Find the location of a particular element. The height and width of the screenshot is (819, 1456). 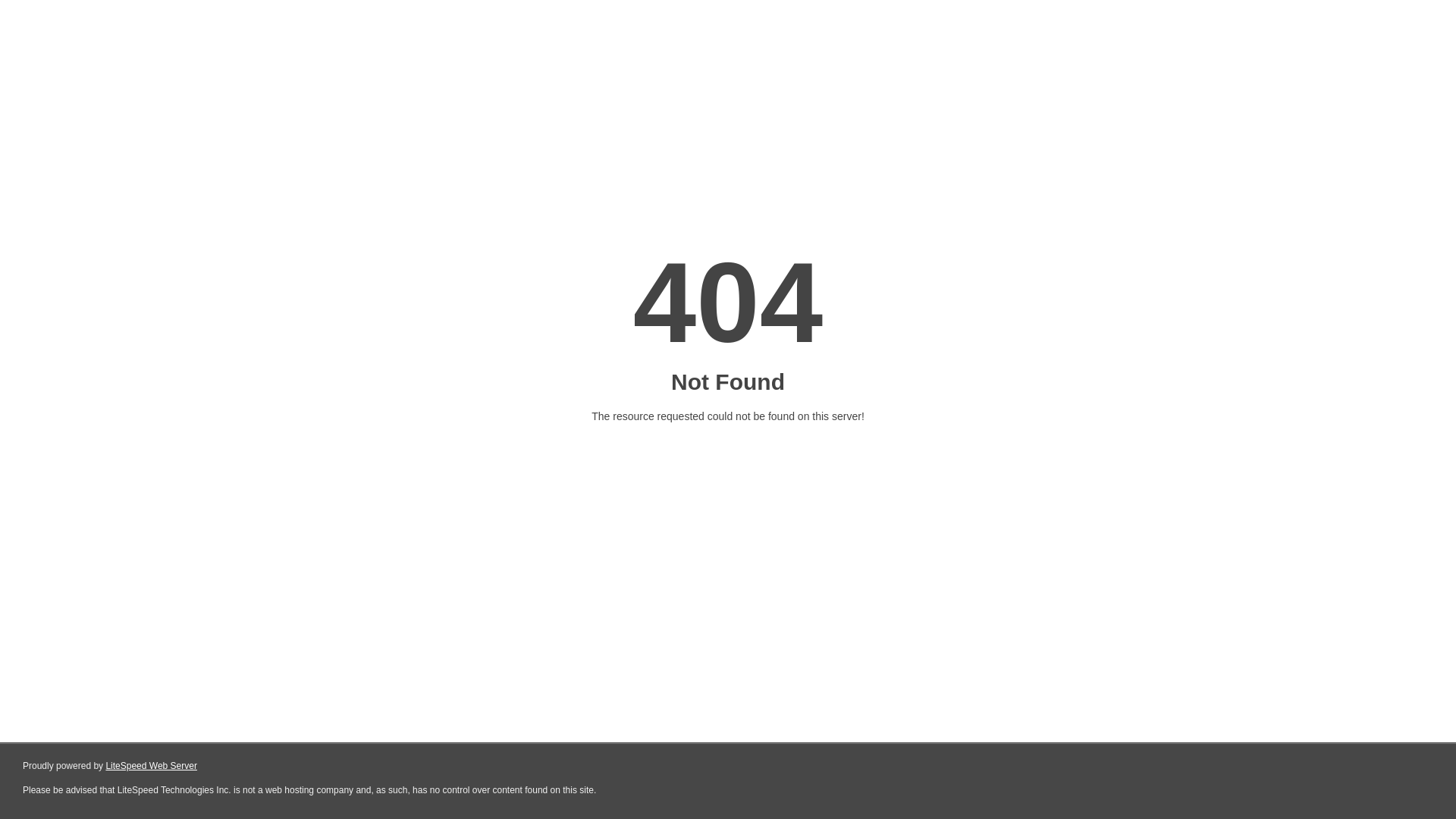

'LiteSpeed Web Server' is located at coordinates (105, 766).